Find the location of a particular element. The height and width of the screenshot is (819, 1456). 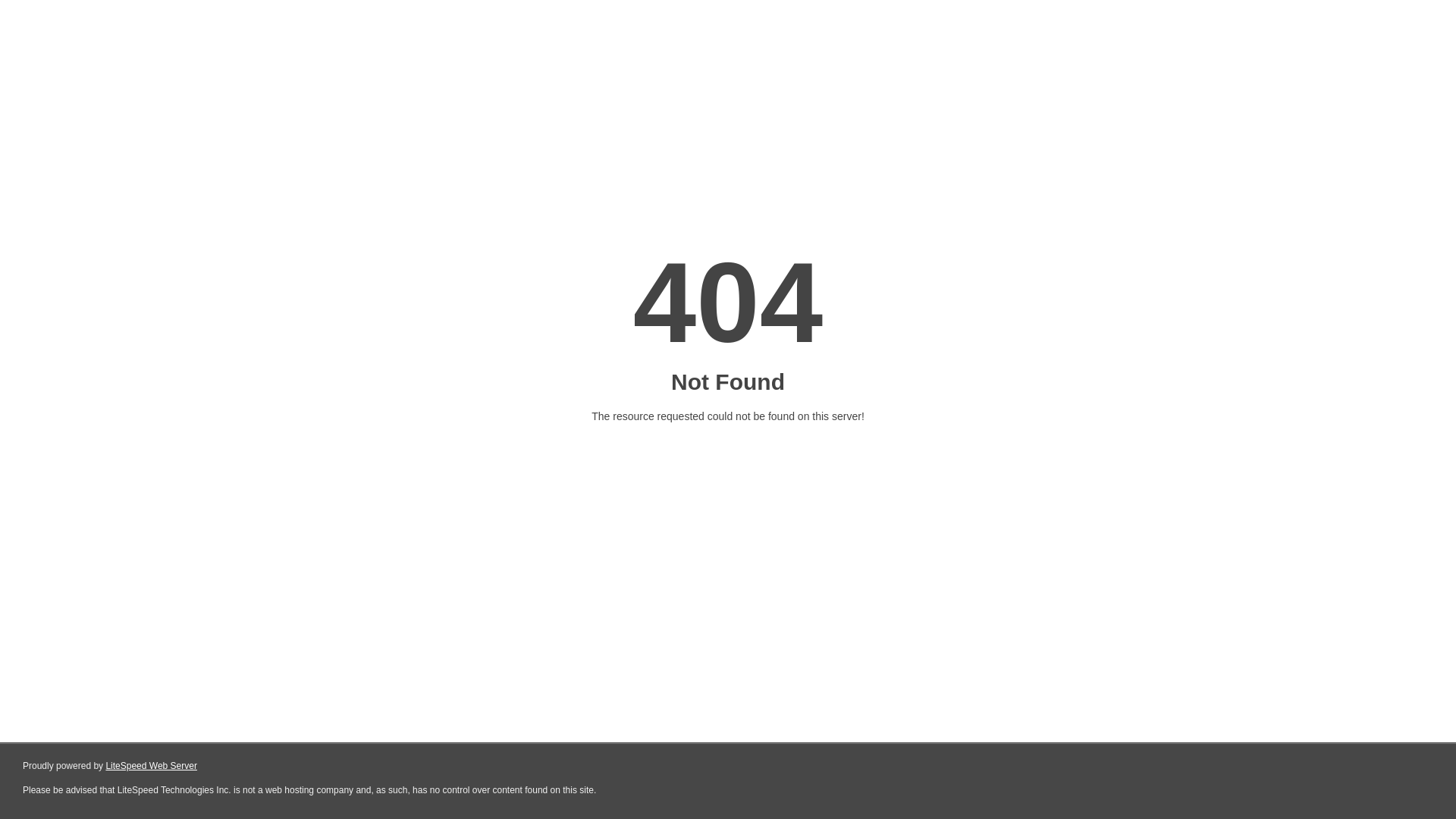

'LiteSpeed Web Server' is located at coordinates (105, 766).